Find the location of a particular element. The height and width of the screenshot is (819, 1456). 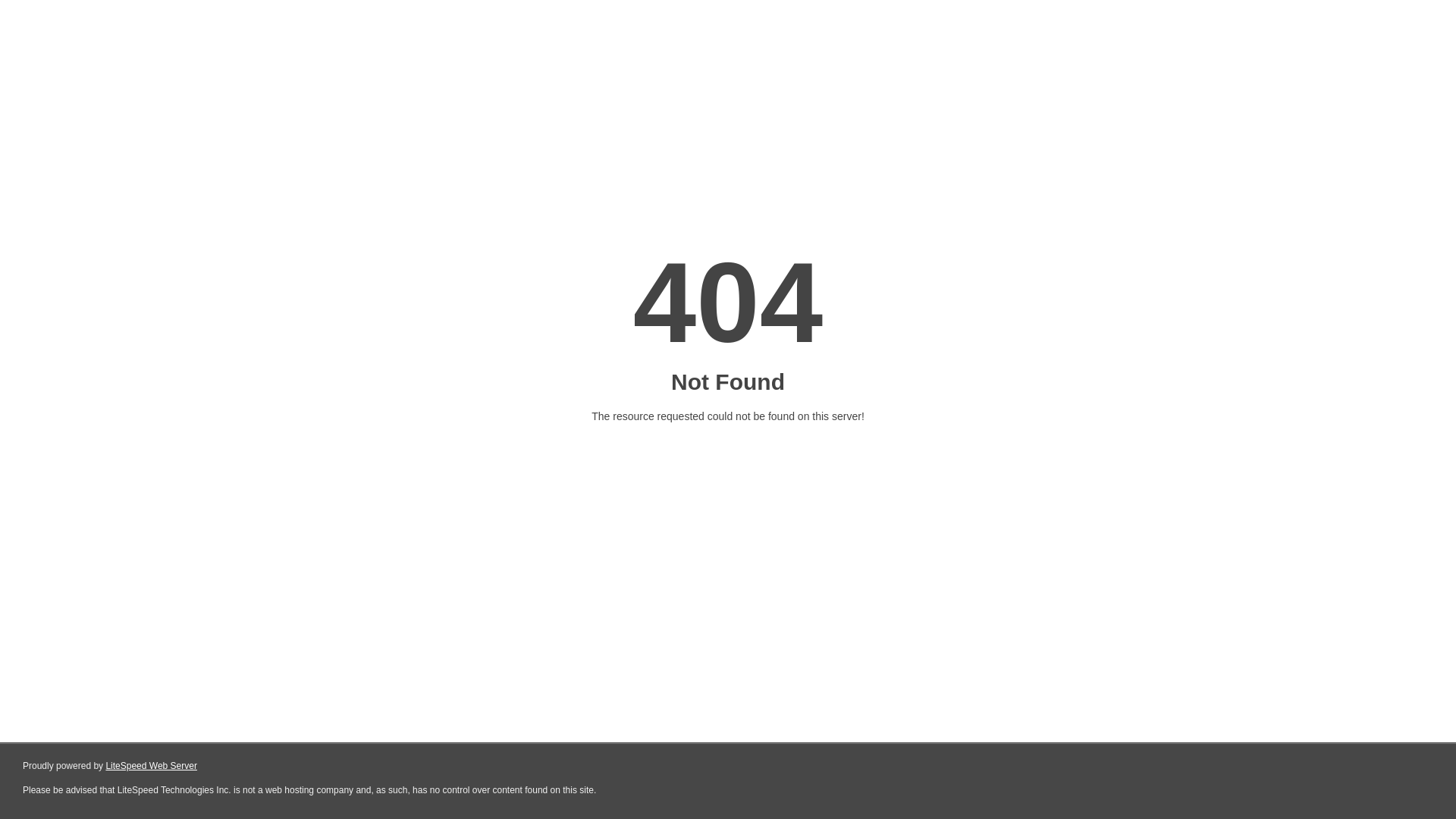

'LiteSpeed Web Server' is located at coordinates (105, 766).